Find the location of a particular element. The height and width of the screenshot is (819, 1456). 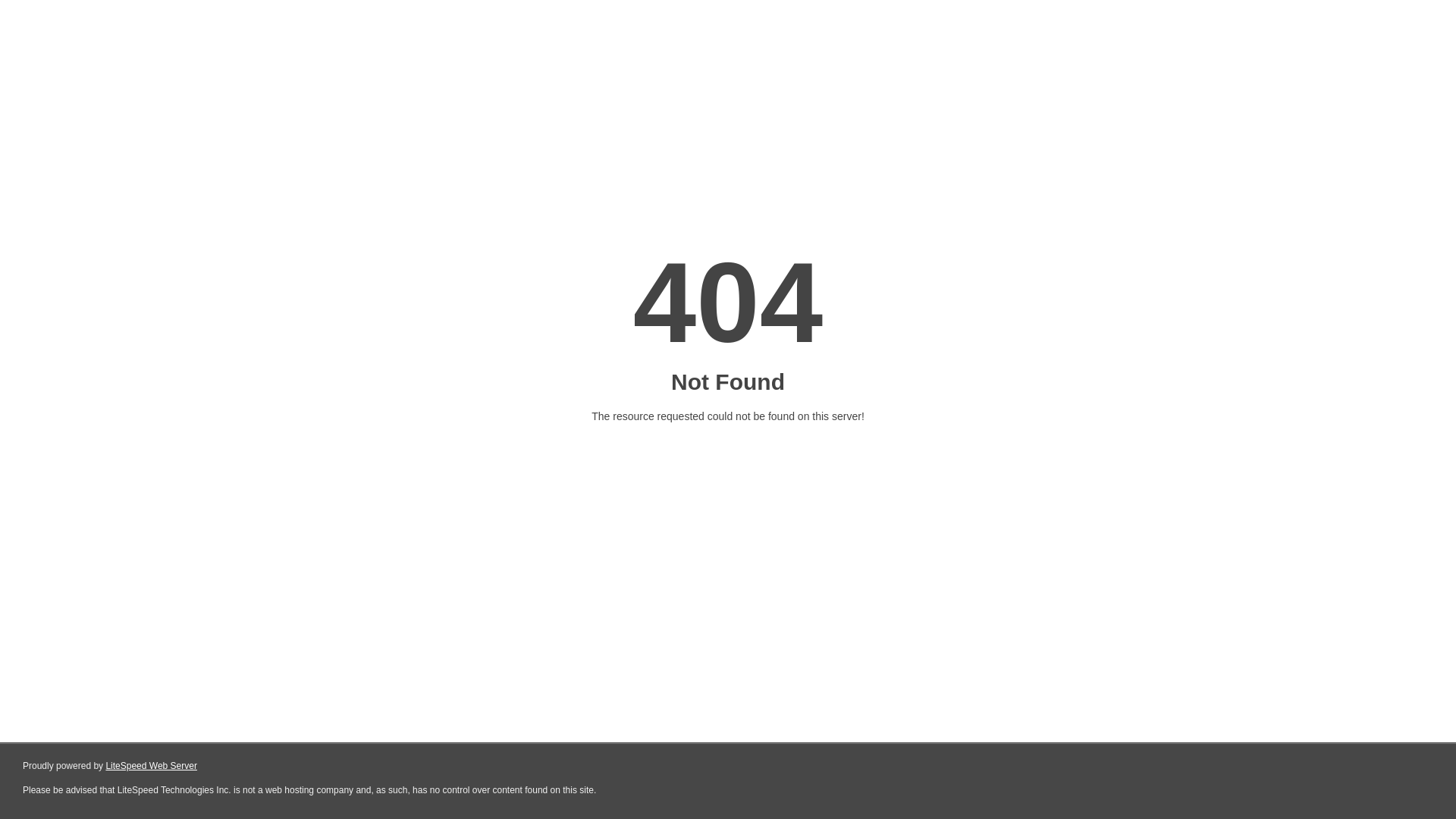

'LiteSpeed Web Server' is located at coordinates (105, 766).